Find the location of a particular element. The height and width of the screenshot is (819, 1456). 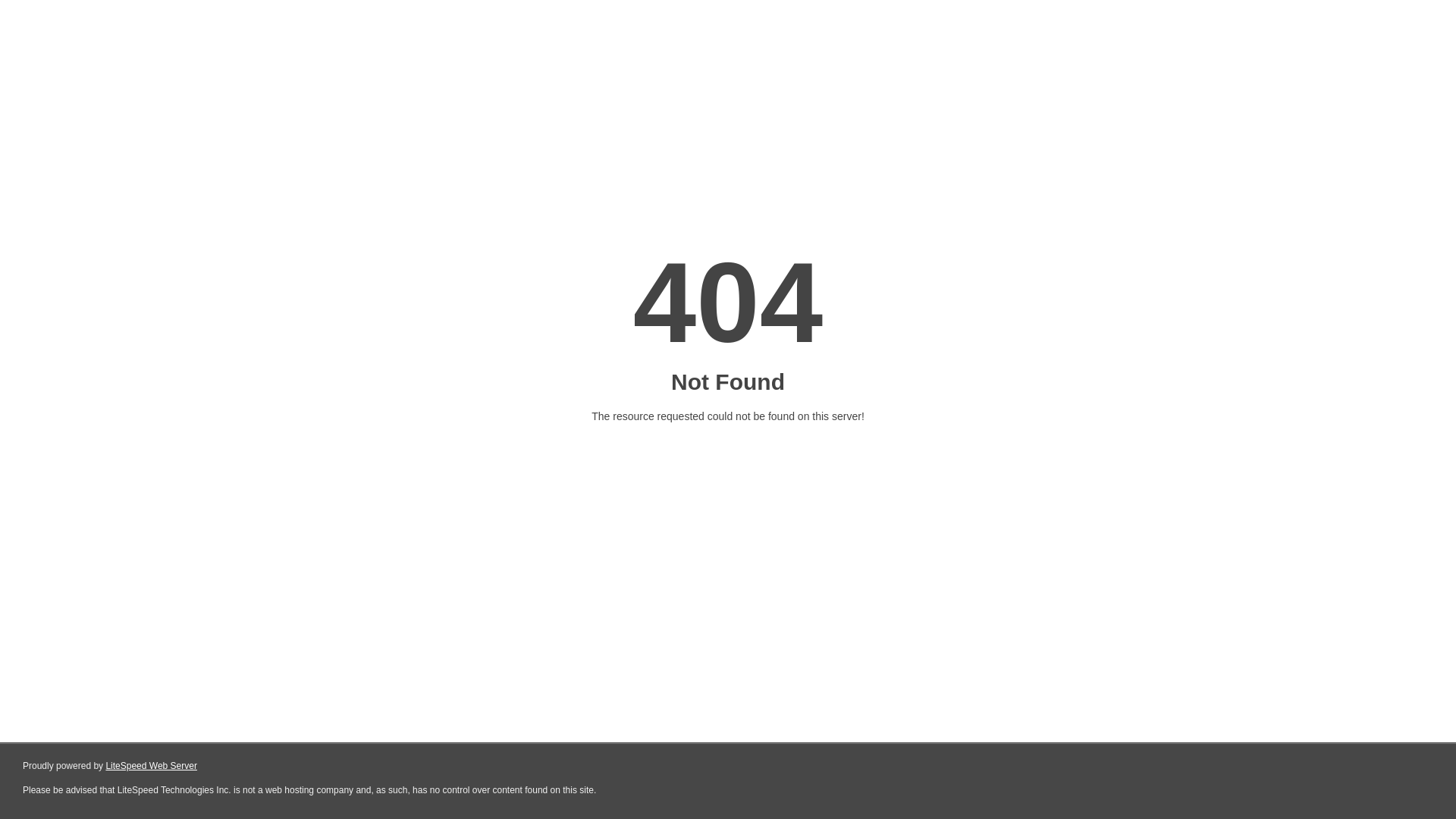

'LiteSpeed Web Server' is located at coordinates (105, 766).